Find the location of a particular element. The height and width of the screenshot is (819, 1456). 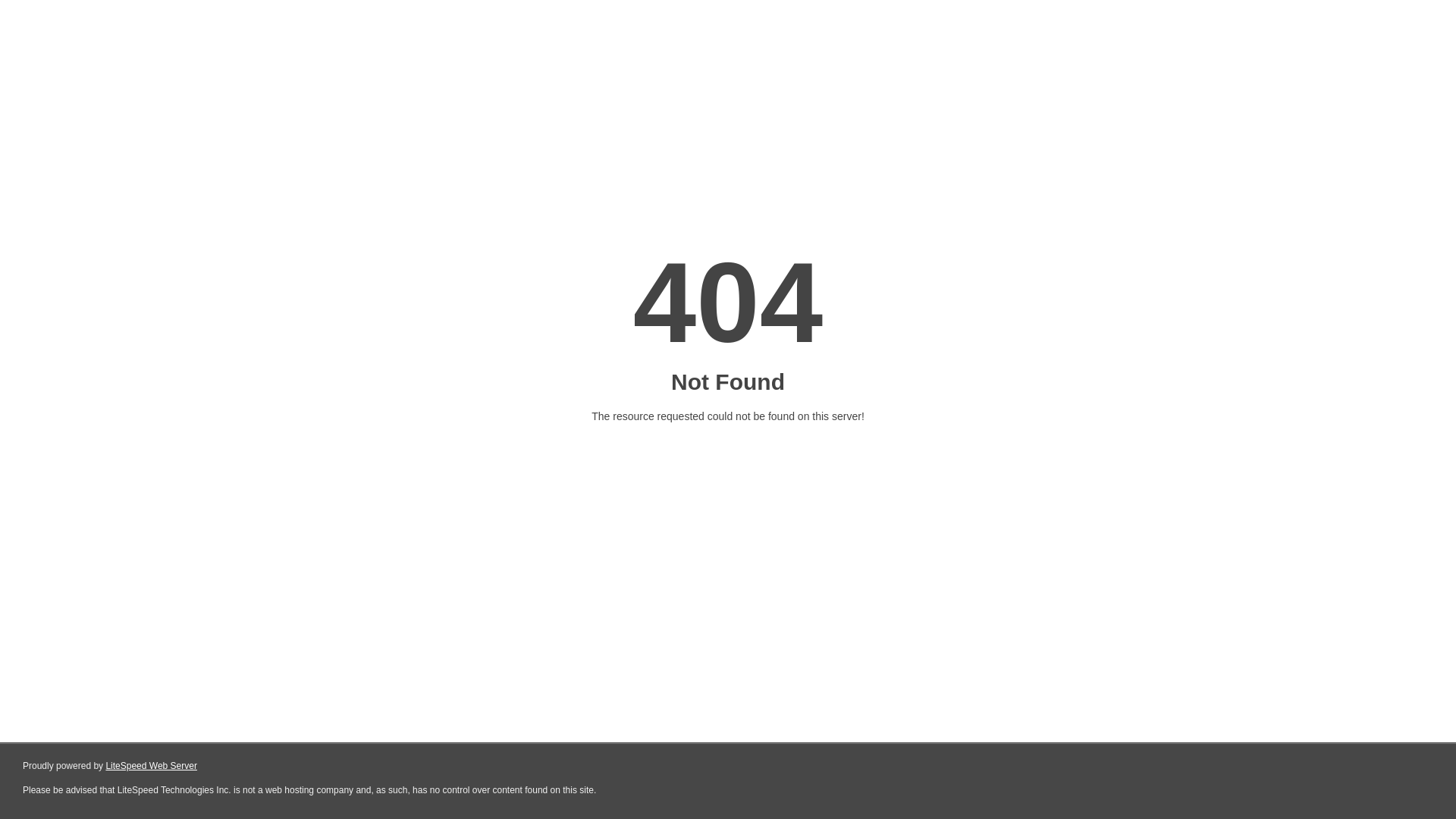

'LiteSpeed Web Server' is located at coordinates (105, 766).